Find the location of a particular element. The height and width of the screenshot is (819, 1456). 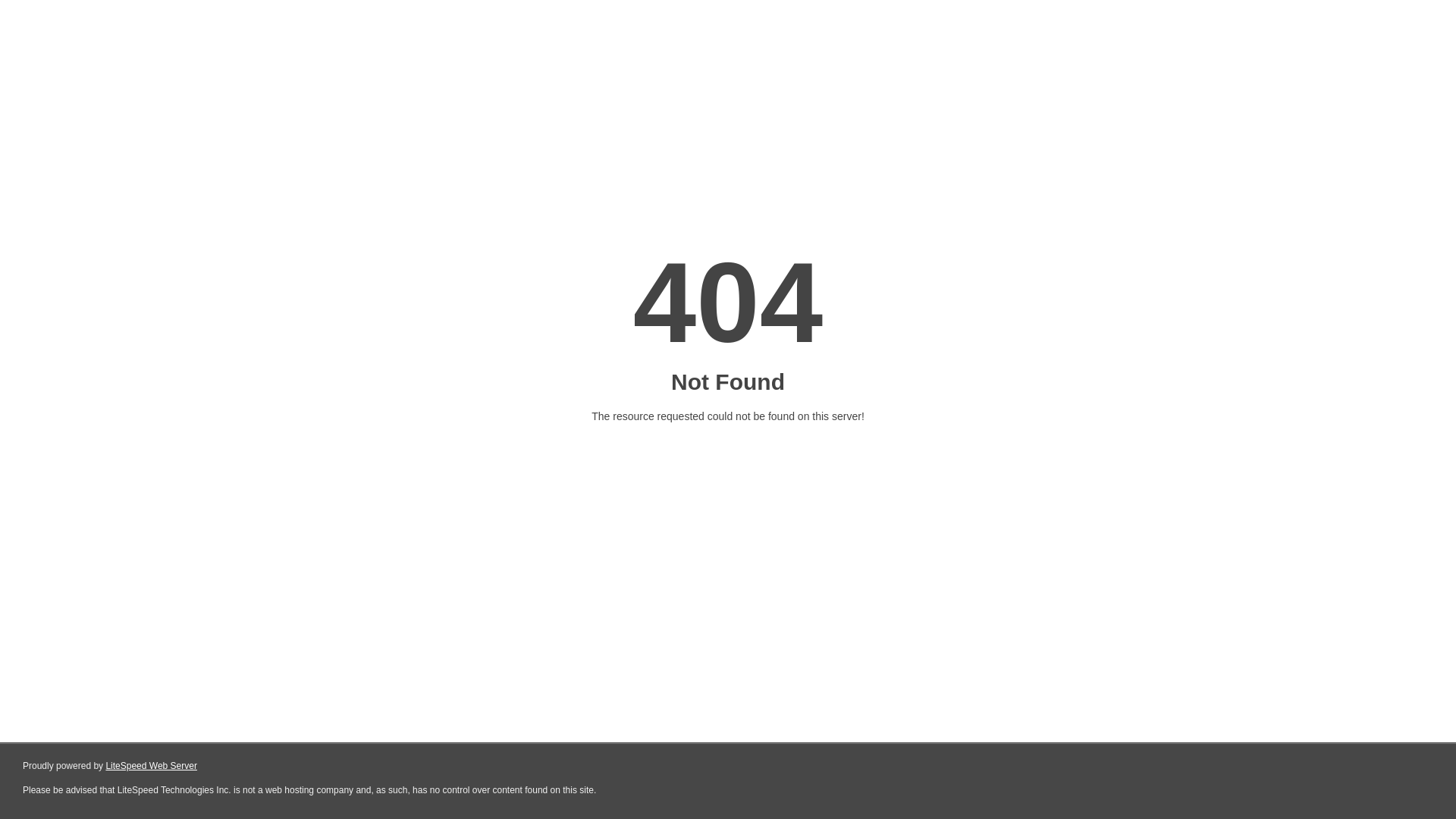

'LiteSpeed Web Server' is located at coordinates (105, 766).